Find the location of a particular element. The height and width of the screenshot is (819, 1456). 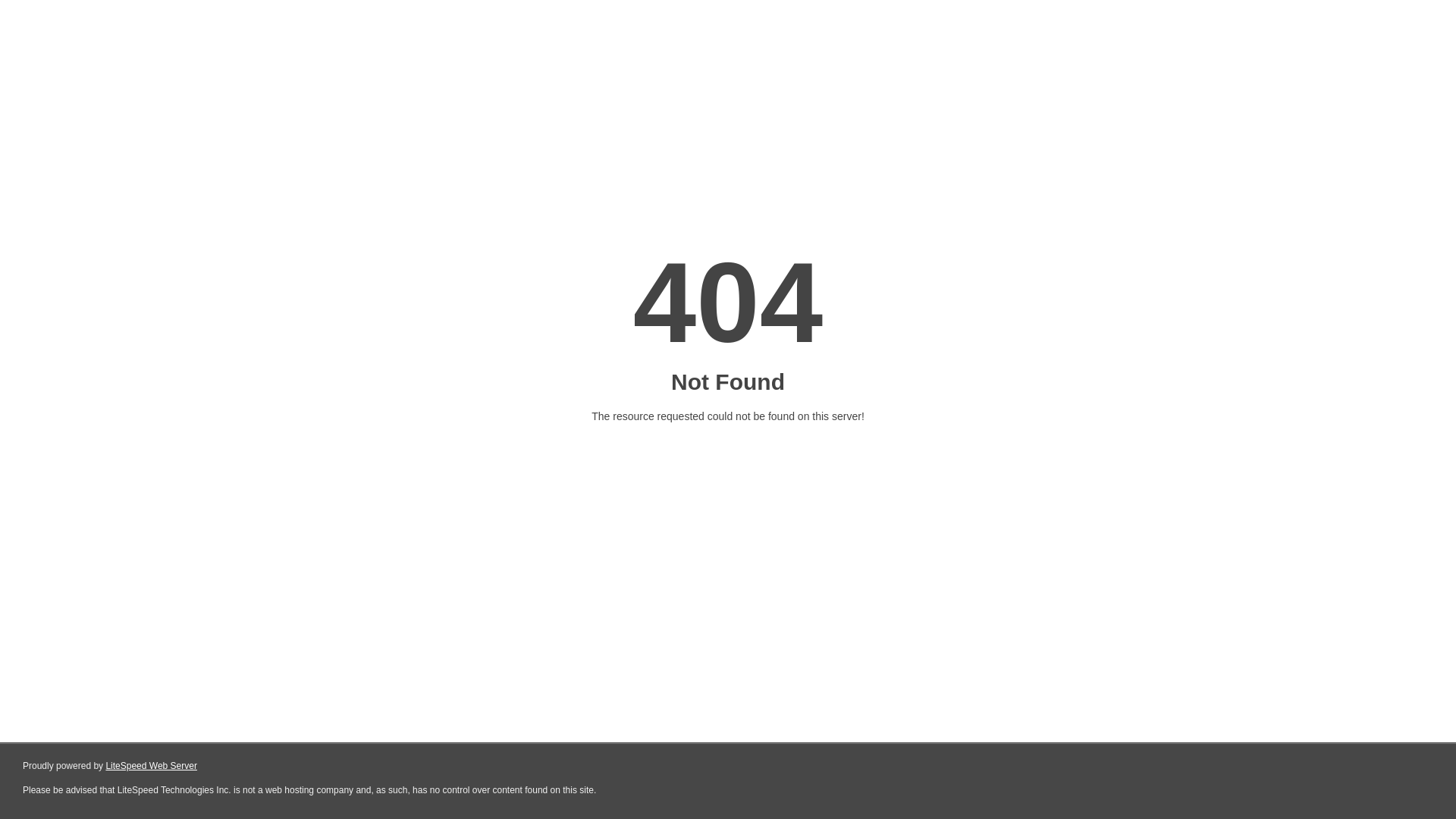

'LiteSpeed Web Server' is located at coordinates (105, 766).